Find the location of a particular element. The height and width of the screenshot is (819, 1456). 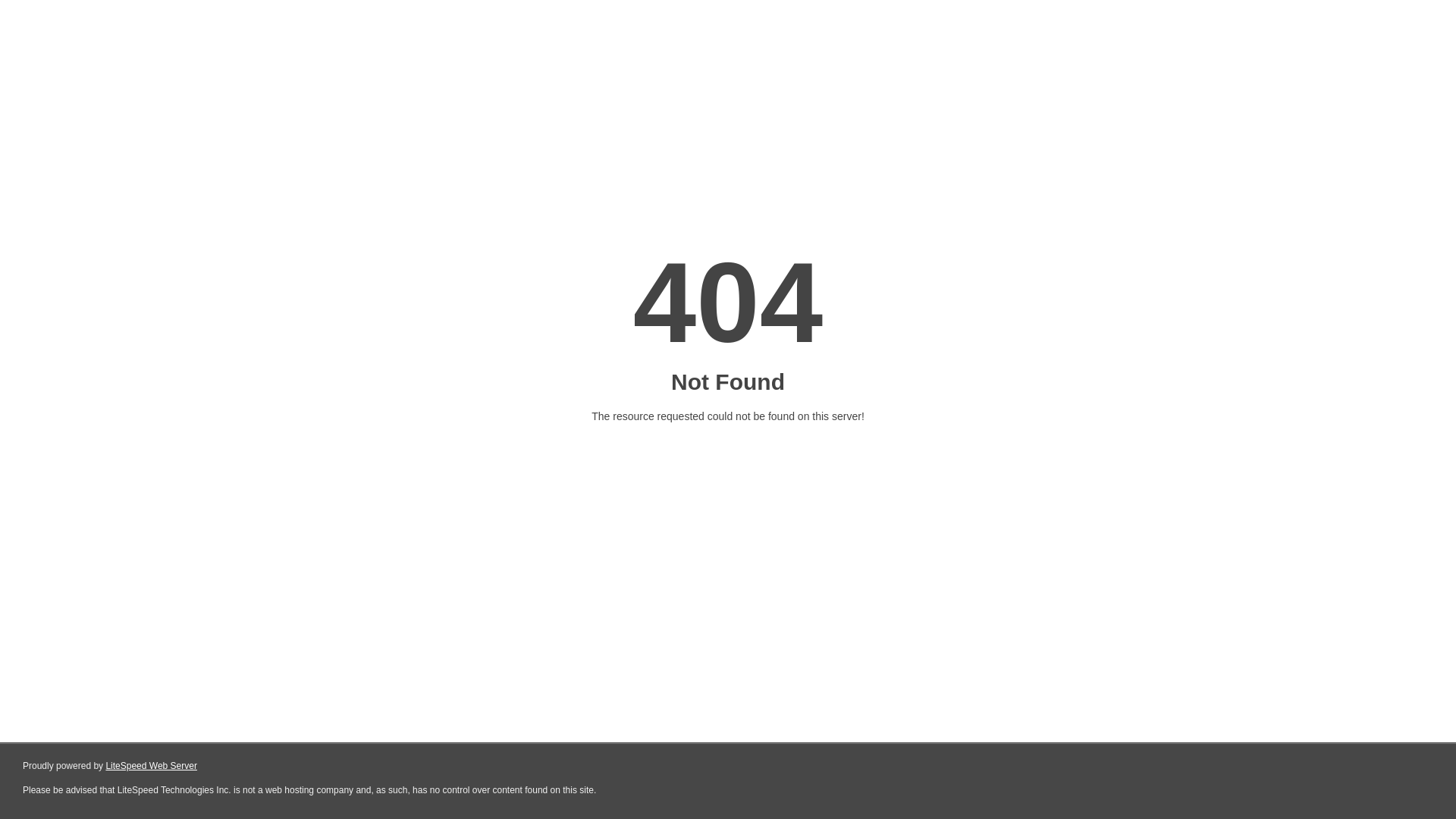

'LiteSpeed Web Server' is located at coordinates (105, 766).